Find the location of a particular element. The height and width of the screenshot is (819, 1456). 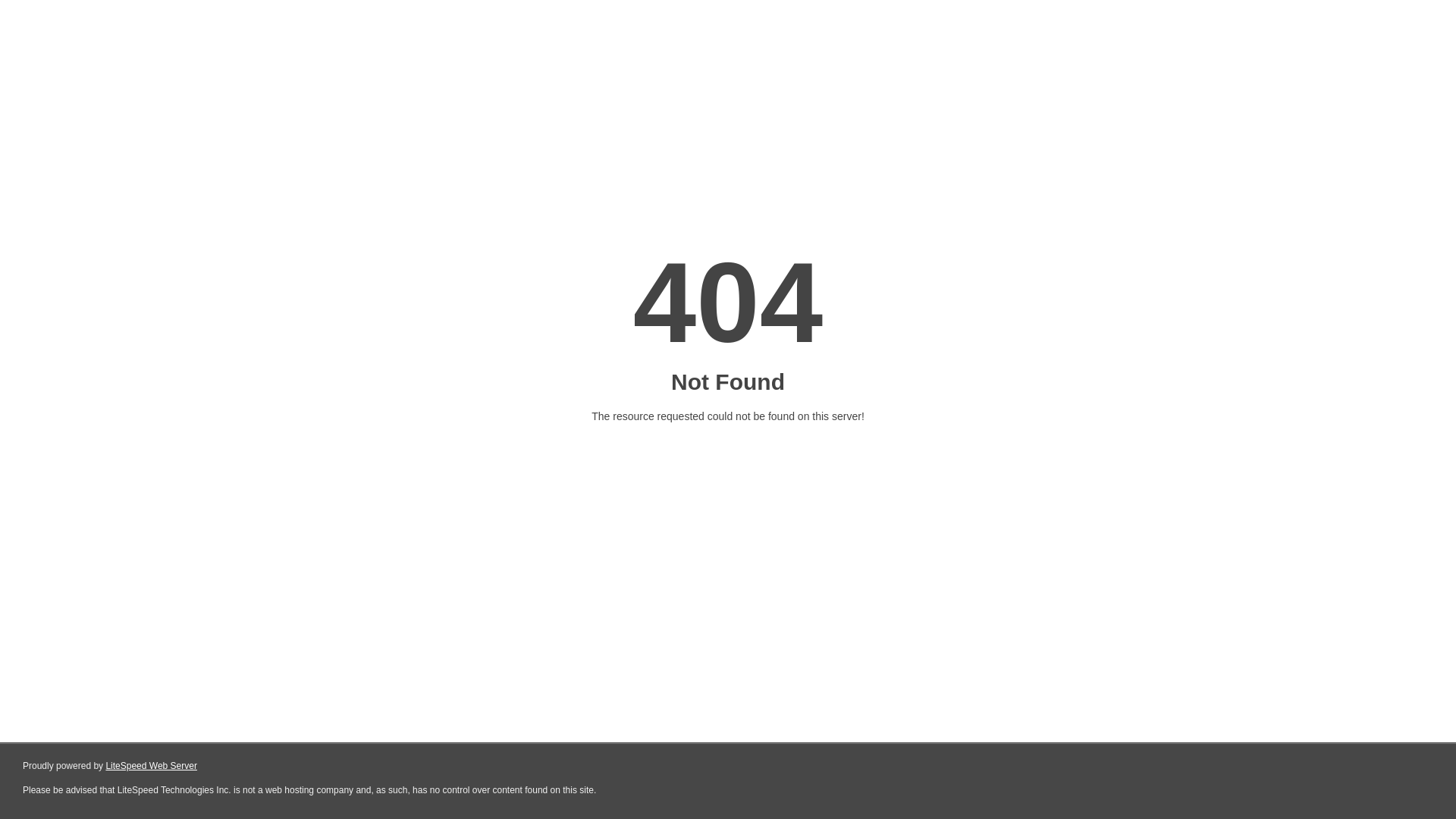

'LiteSpeed Web Server' is located at coordinates (105, 766).